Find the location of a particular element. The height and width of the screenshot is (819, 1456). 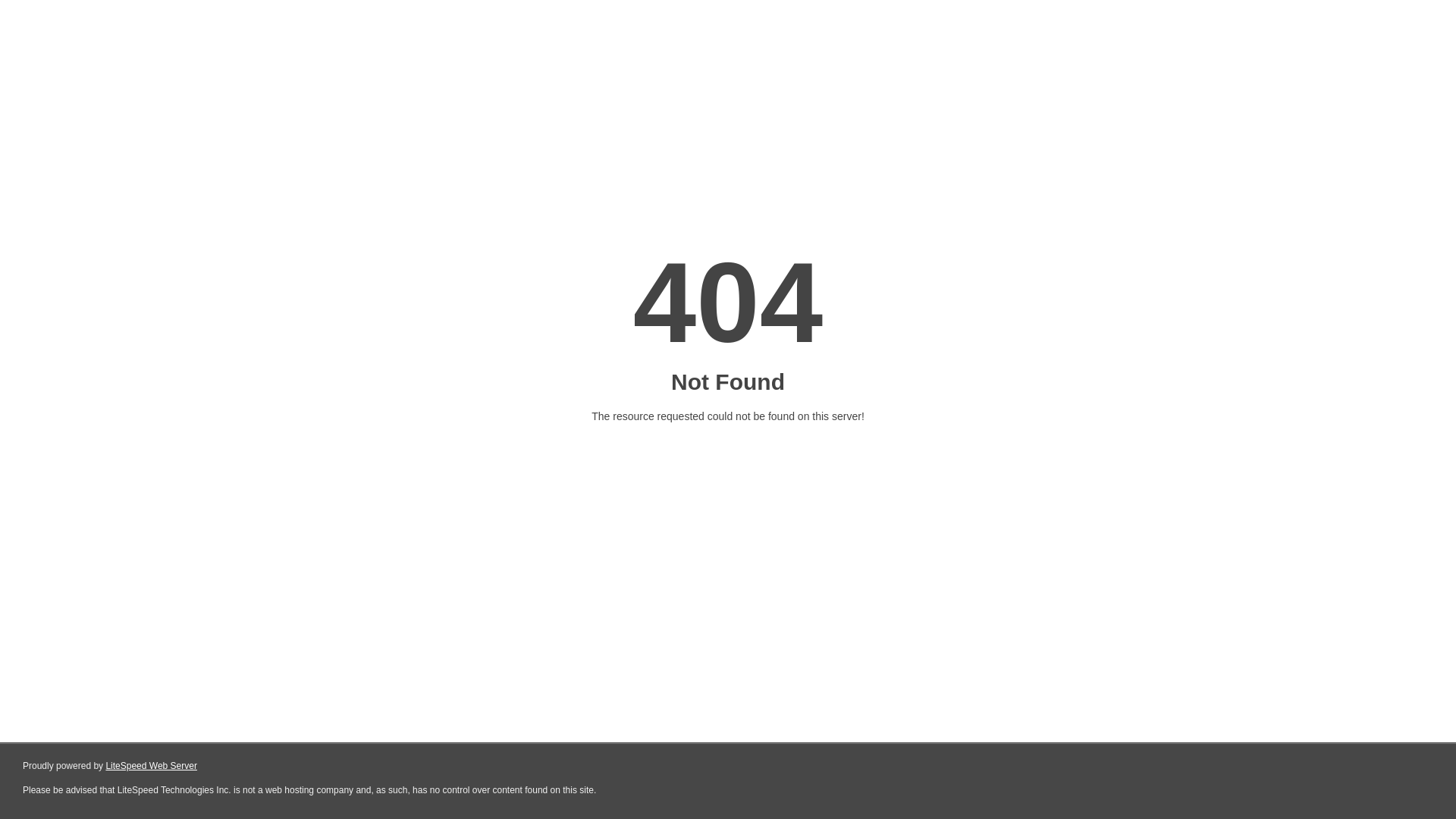

'LiteSpeed Web Server' is located at coordinates (105, 766).